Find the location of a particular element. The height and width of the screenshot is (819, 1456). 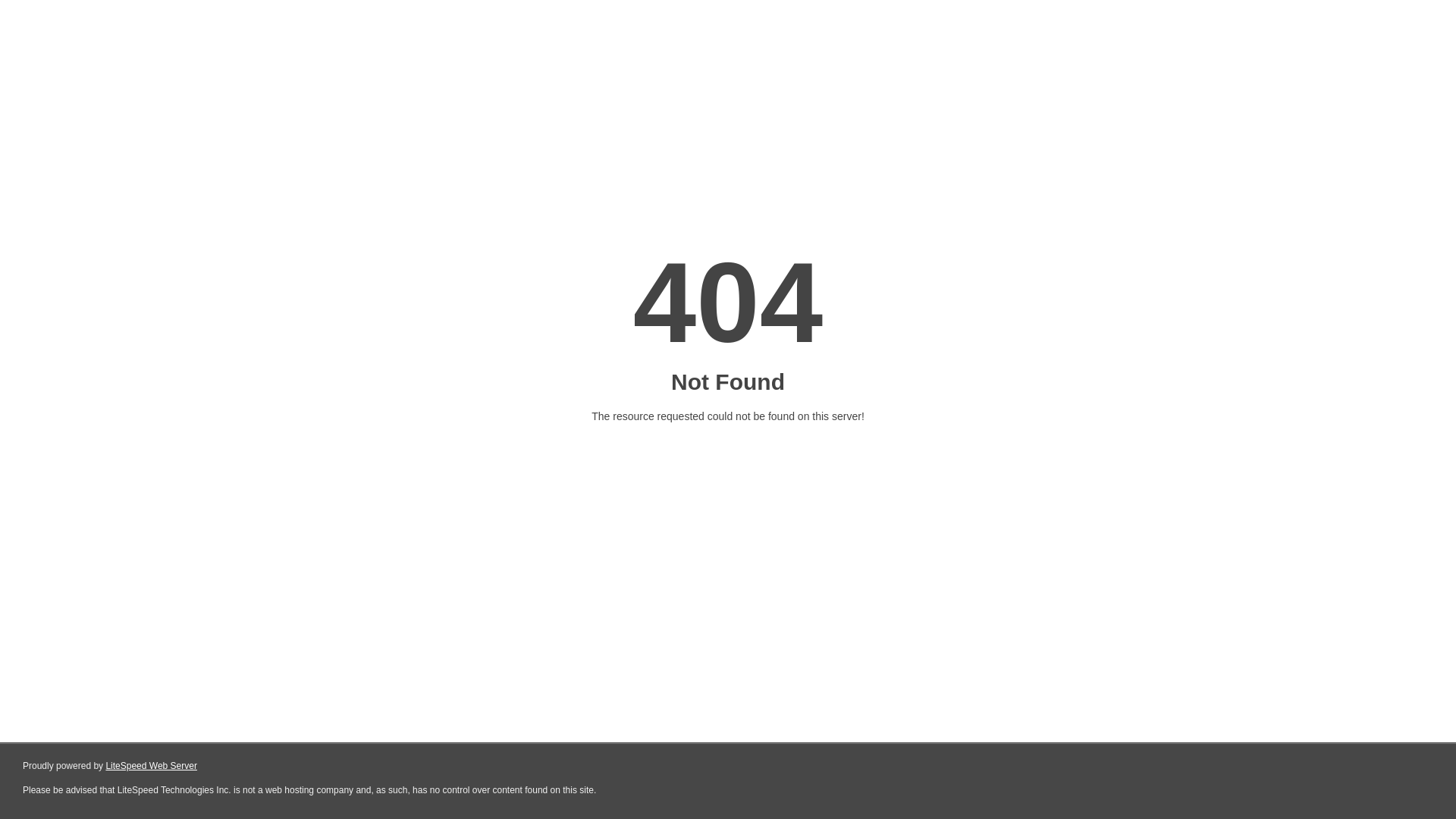

'LiteSpeed Web Server' is located at coordinates (105, 766).